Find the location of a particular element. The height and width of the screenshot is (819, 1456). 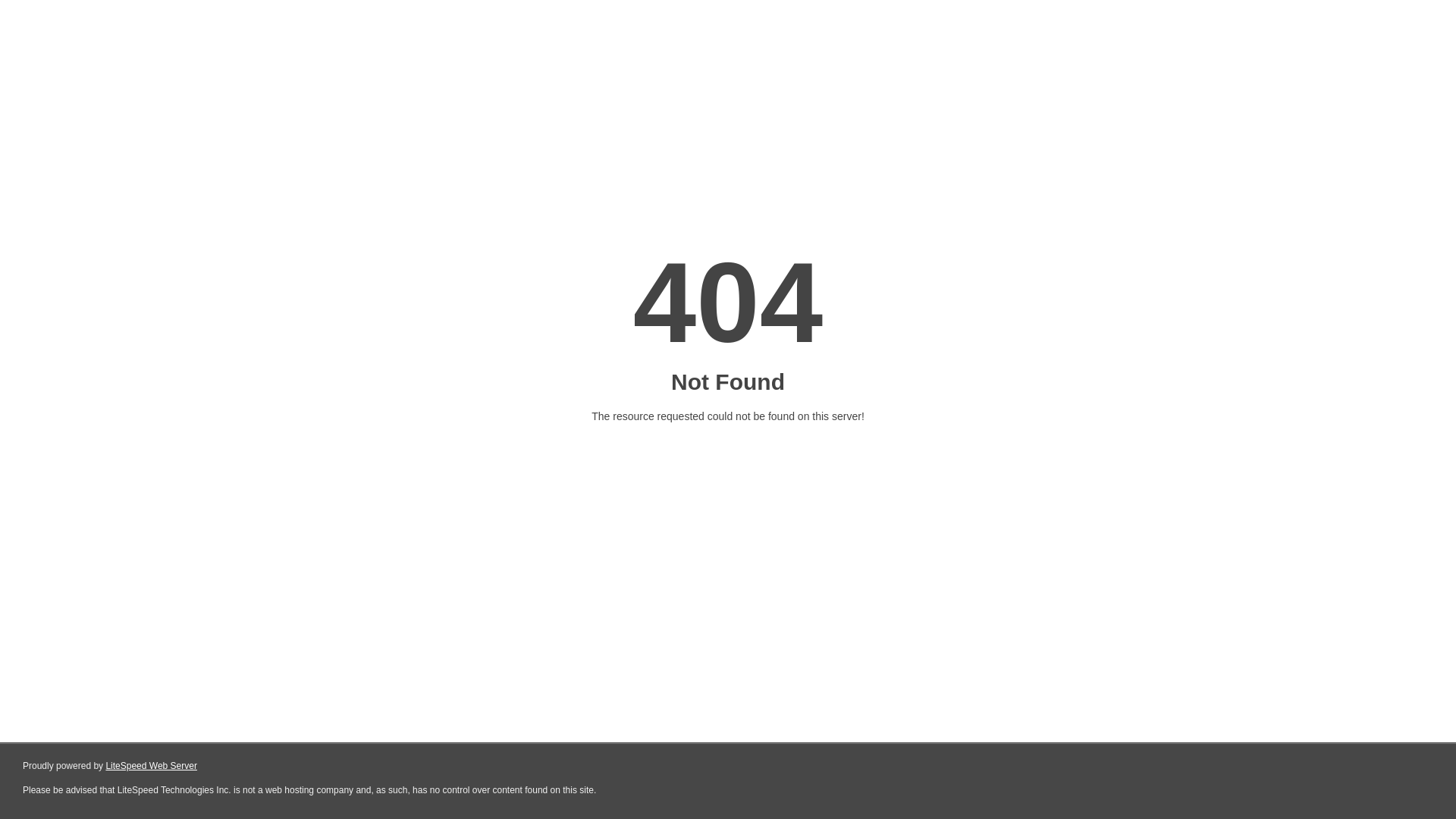

'LiteSpeed Web Server' is located at coordinates (105, 766).